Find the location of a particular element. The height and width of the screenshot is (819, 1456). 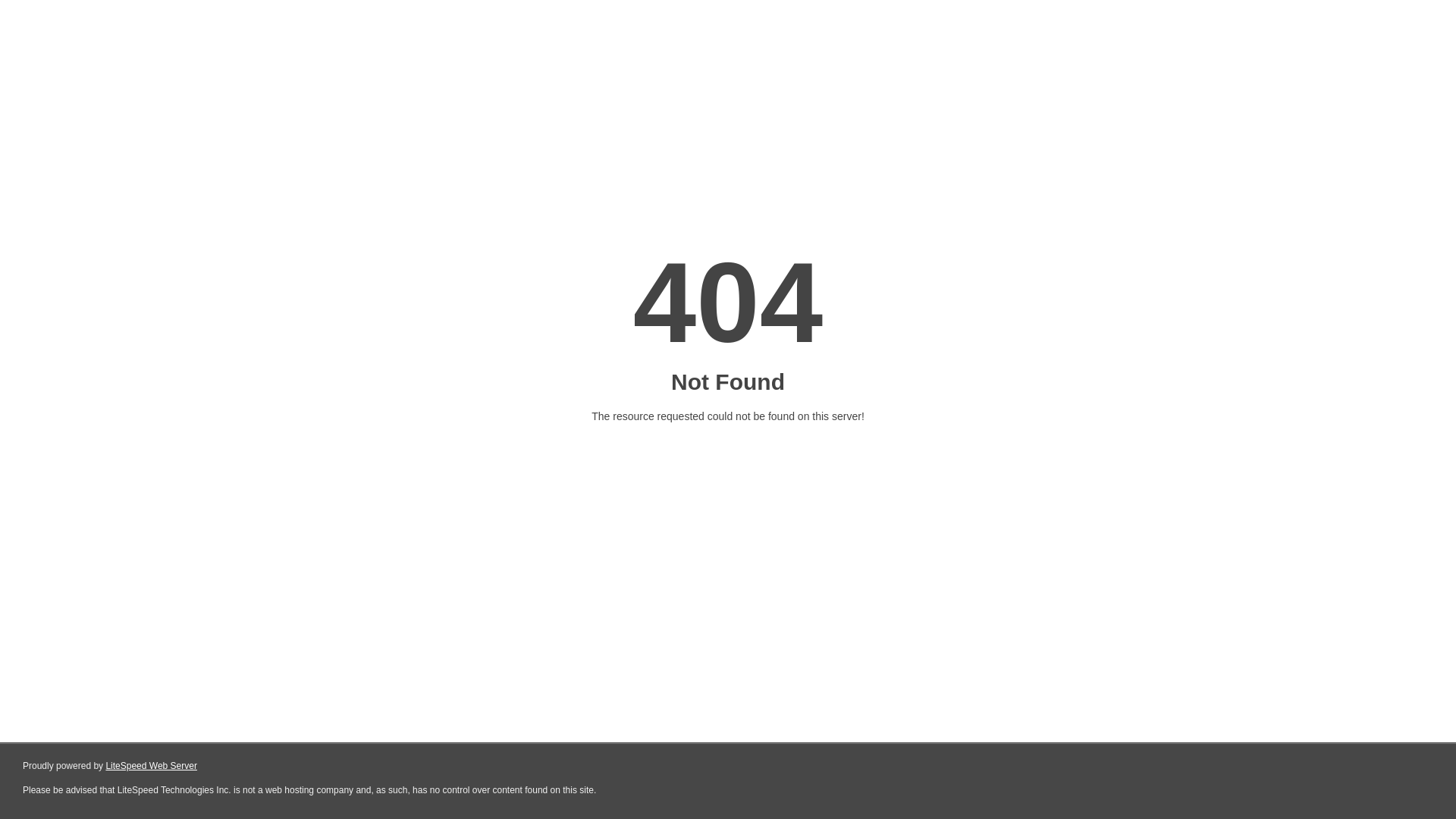

'LiteSpeed Web Server' is located at coordinates (105, 766).